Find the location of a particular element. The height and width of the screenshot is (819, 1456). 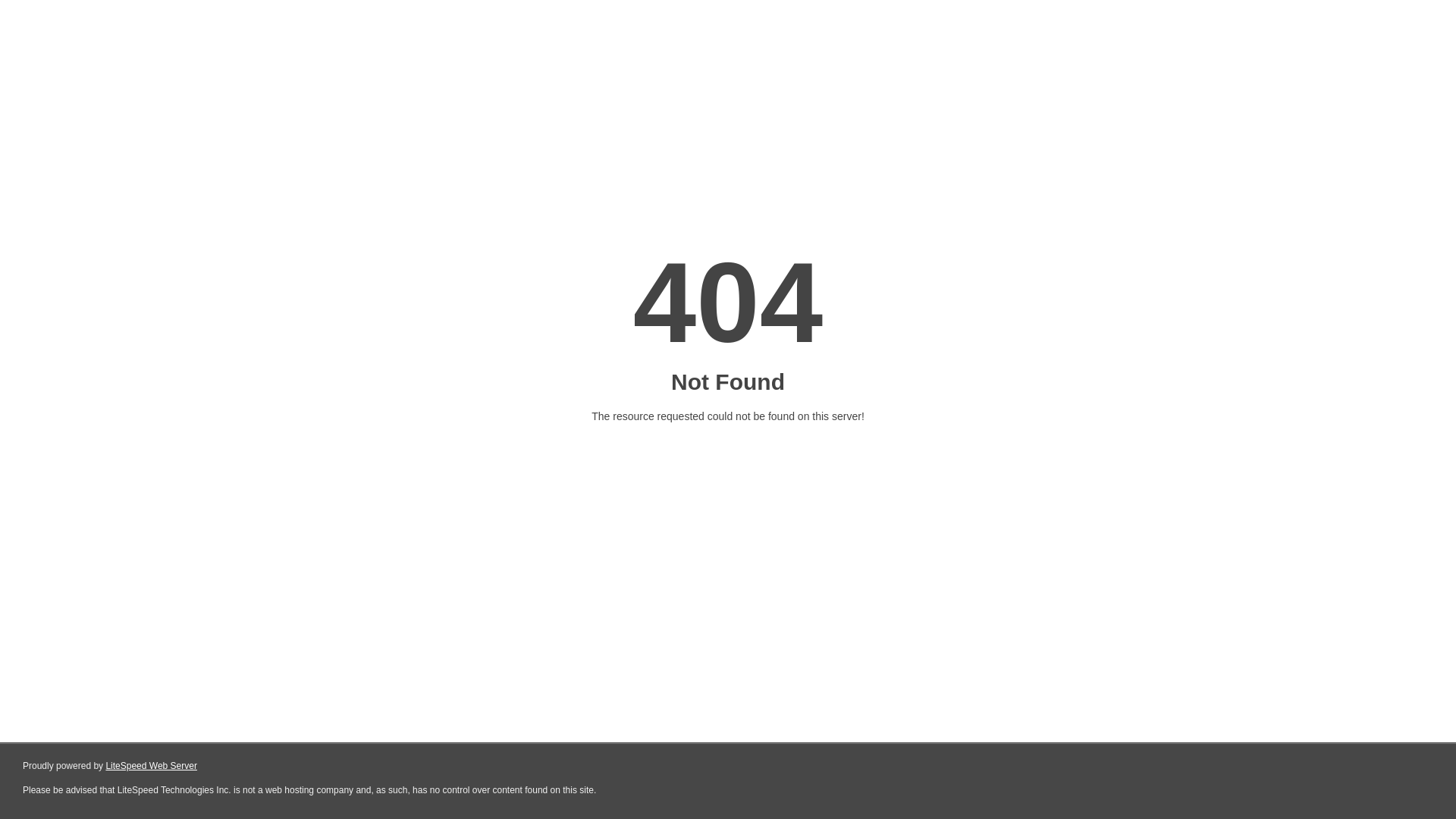

'LiteSpeed Web Server' is located at coordinates (105, 766).